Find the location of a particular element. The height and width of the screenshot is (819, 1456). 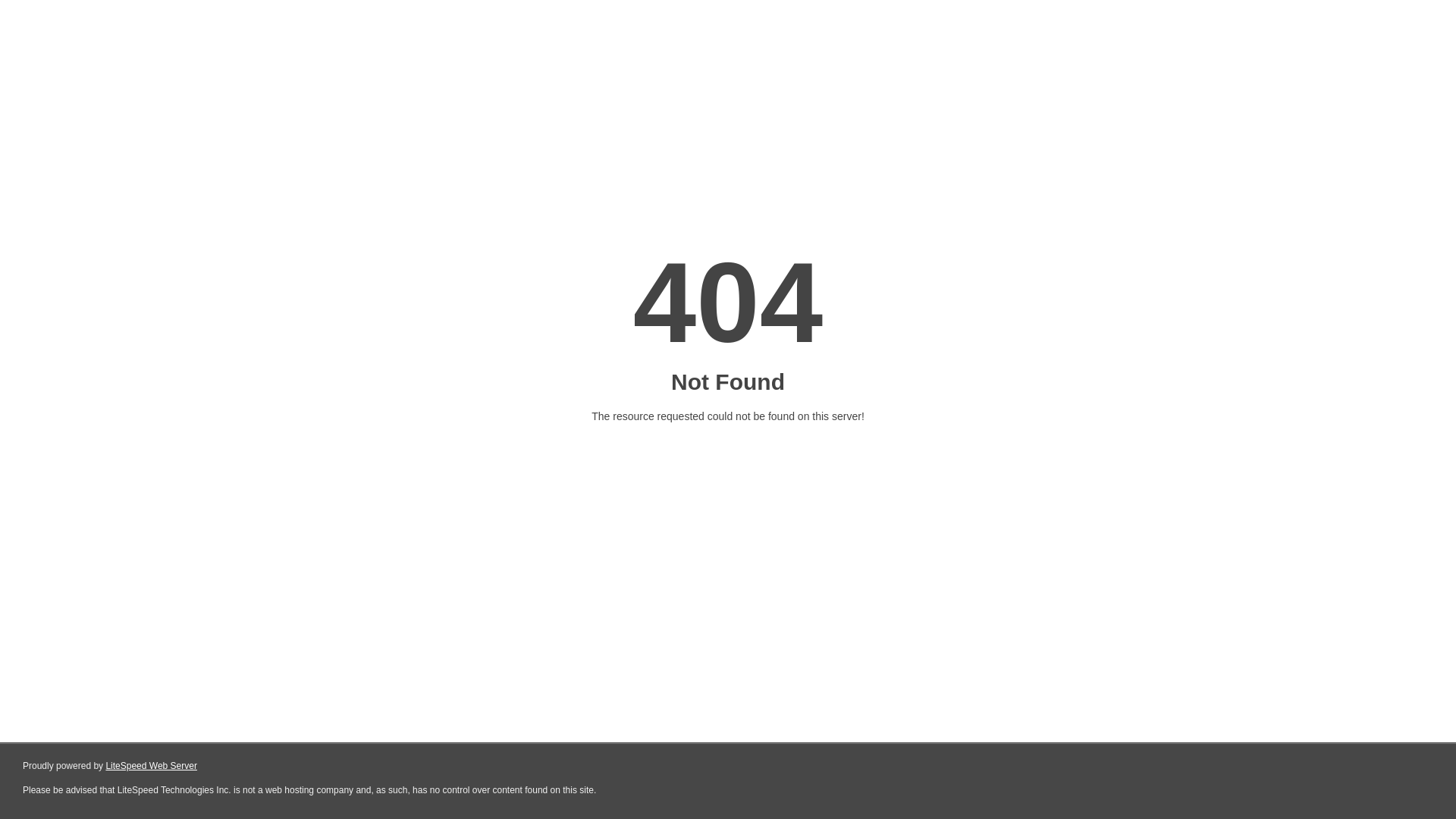

'LiteSpeed Web Server' is located at coordinates (105, 766).